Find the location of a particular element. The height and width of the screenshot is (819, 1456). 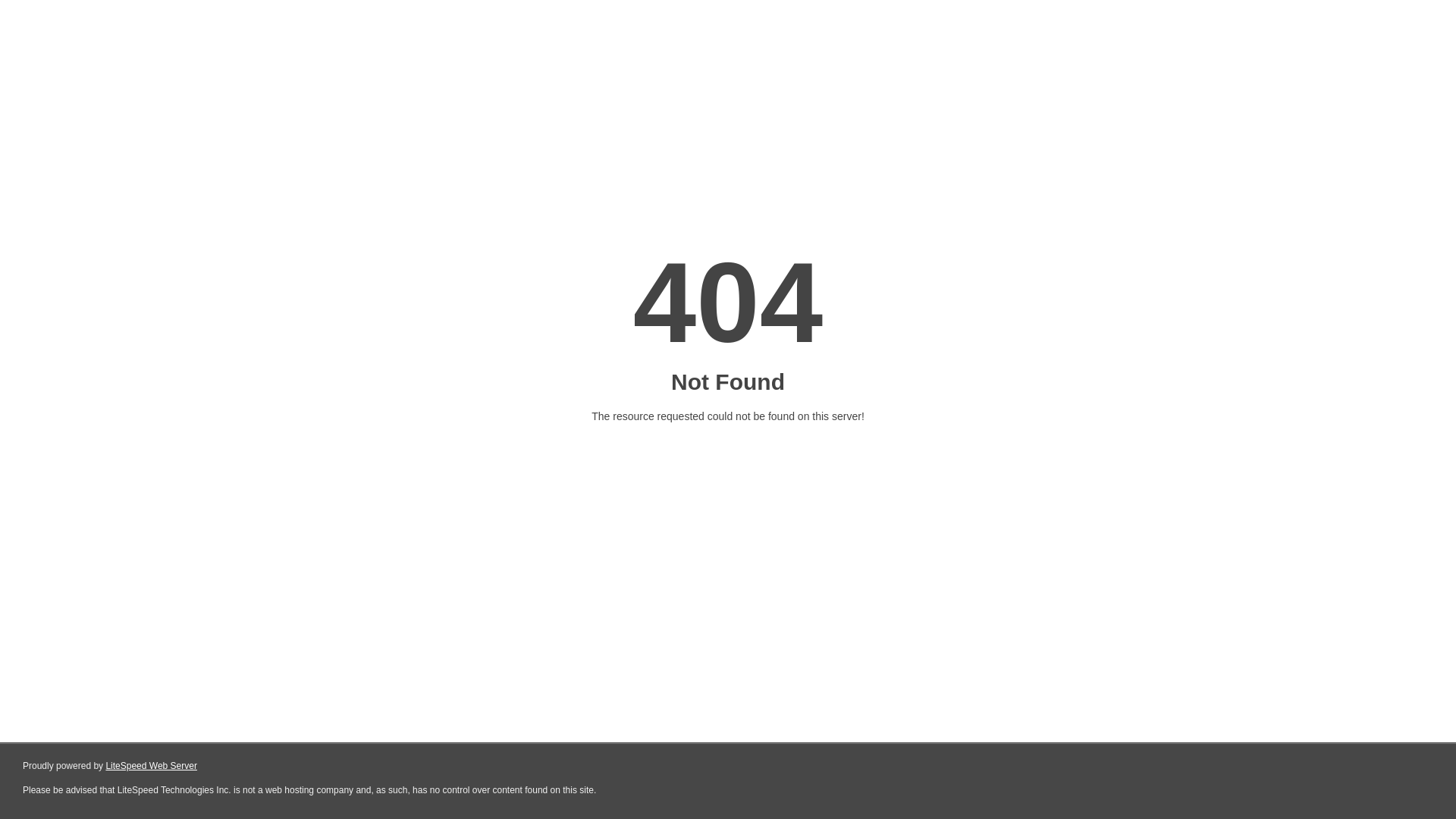

'LiteSpeed Web Server' is located at coordinates (105, 766).